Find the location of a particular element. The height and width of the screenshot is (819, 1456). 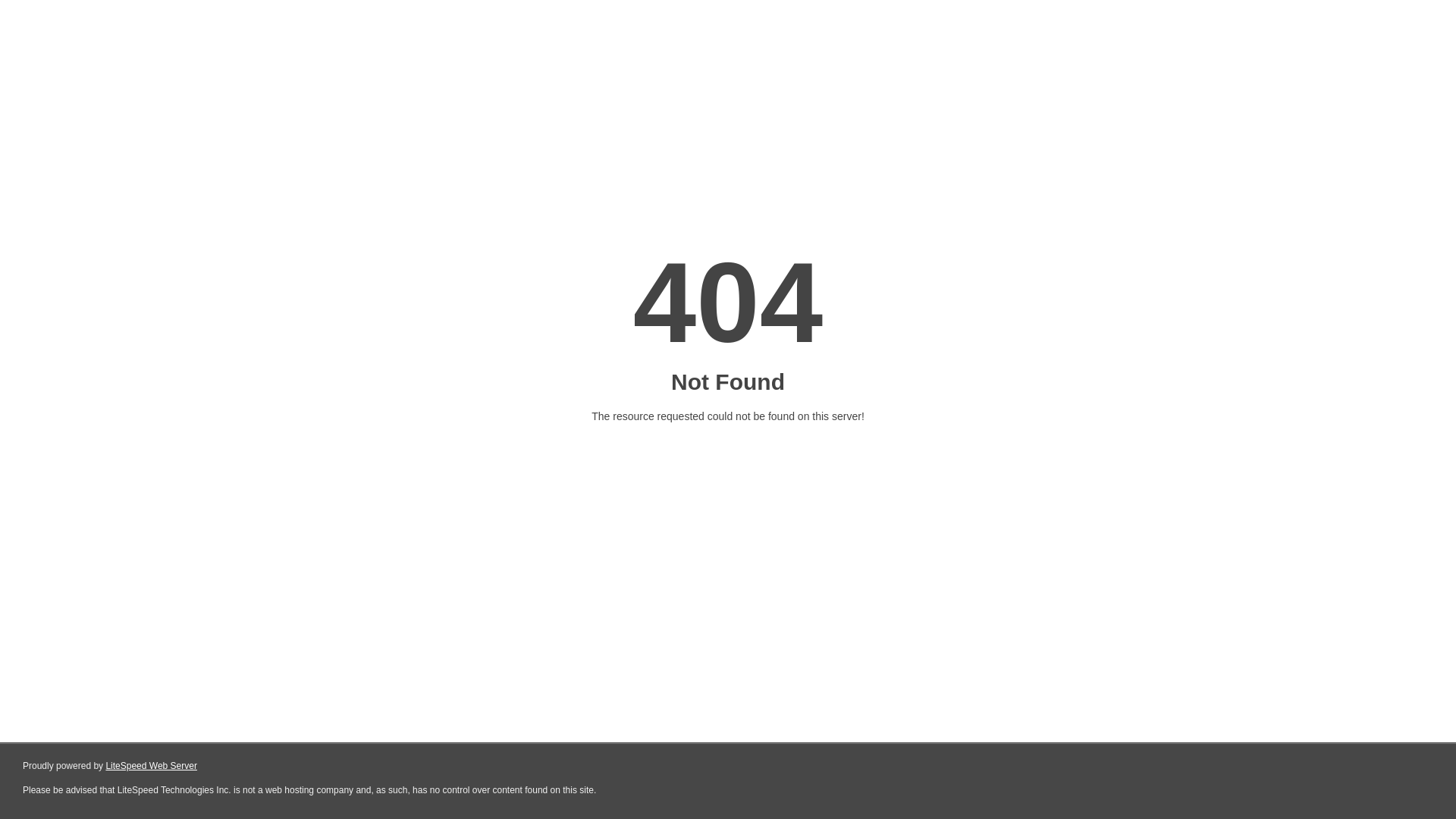

'LiteSpeed Web Server' is located at coordinates (105, 766).